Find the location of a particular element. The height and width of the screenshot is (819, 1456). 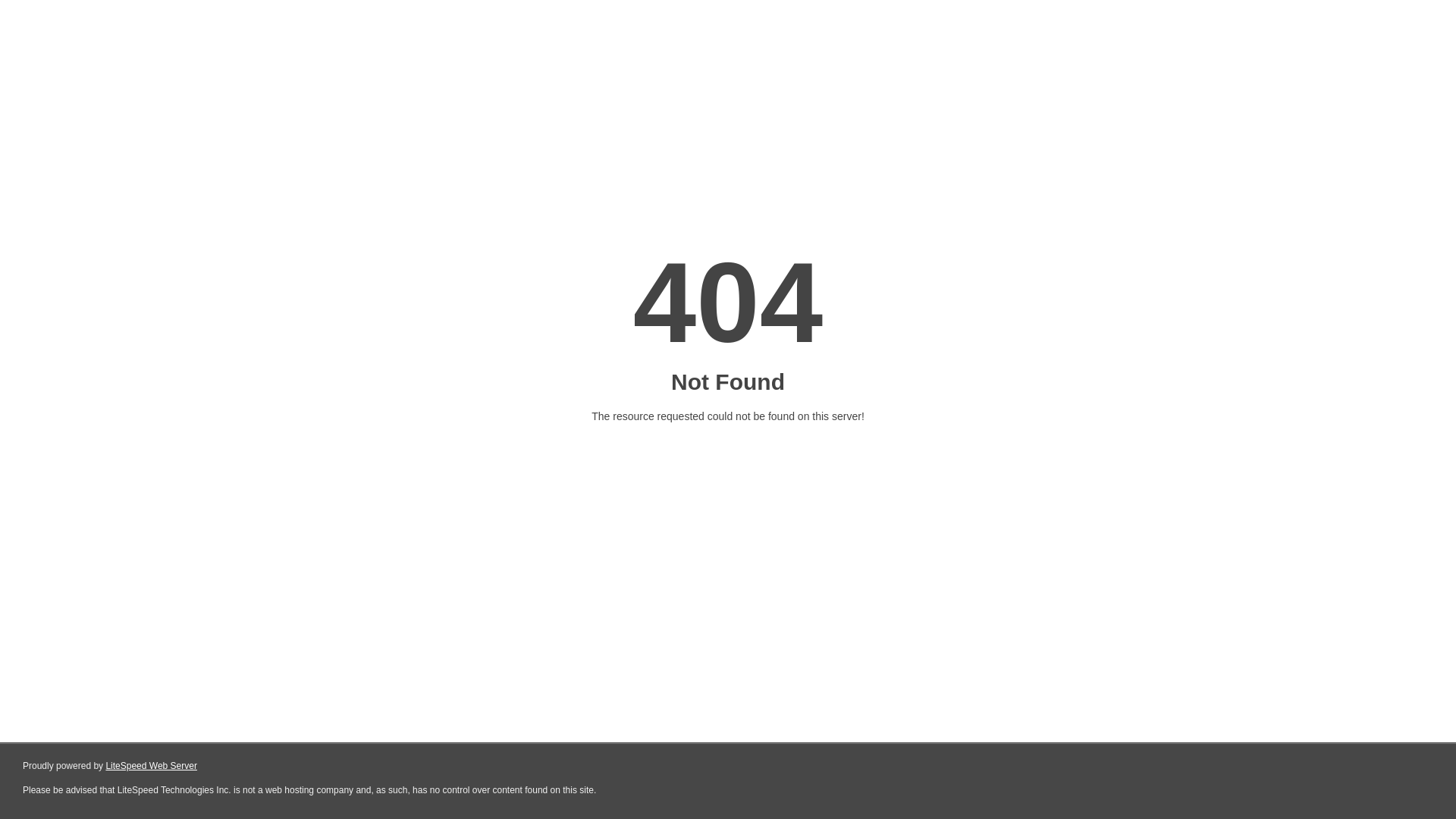

'LiteSpeed Web Server' is located at coordinates (105, 766).